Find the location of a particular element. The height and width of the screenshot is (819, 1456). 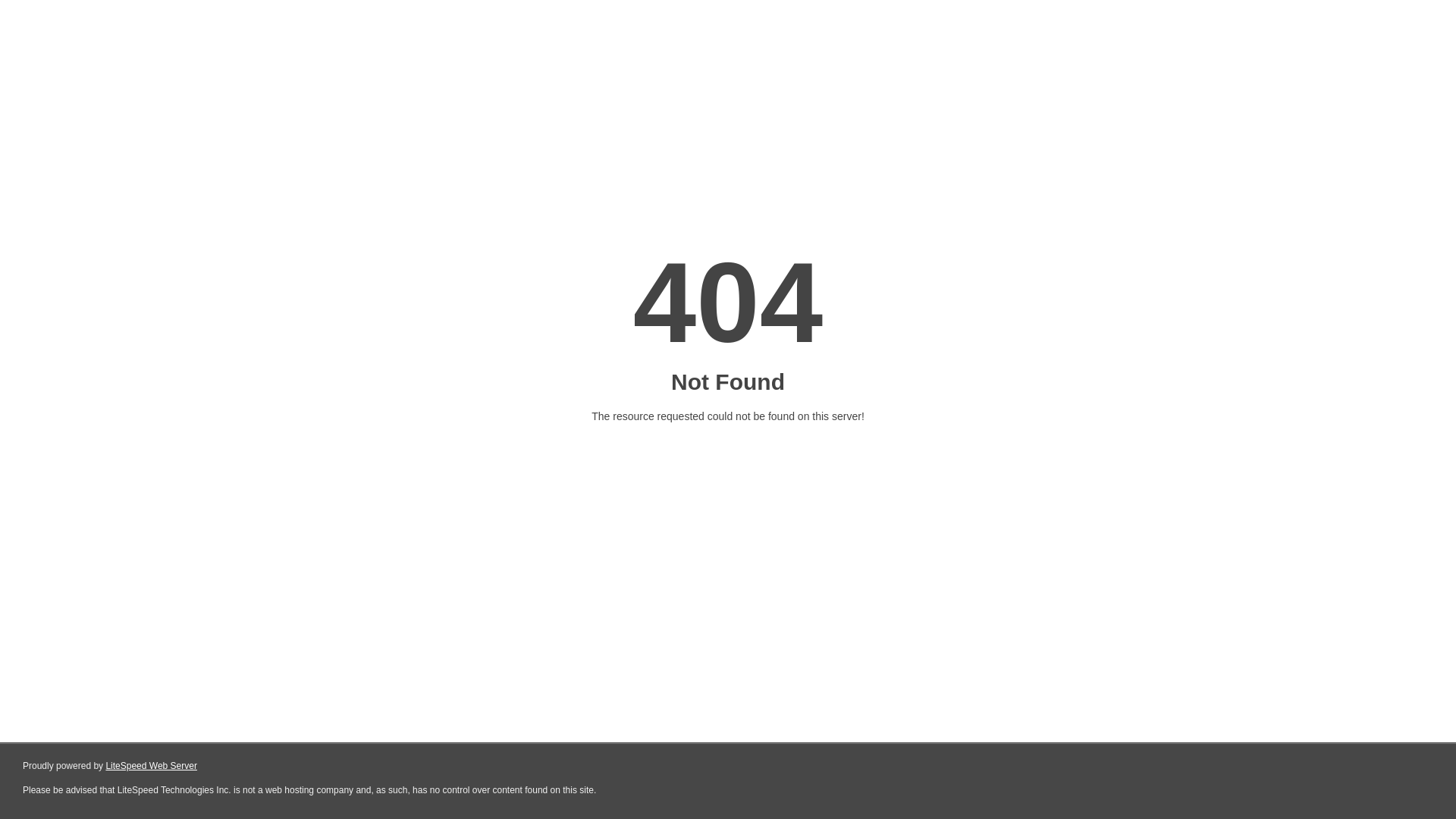

'LiteSpeed Web Server' is located at coordinates (105, 766).